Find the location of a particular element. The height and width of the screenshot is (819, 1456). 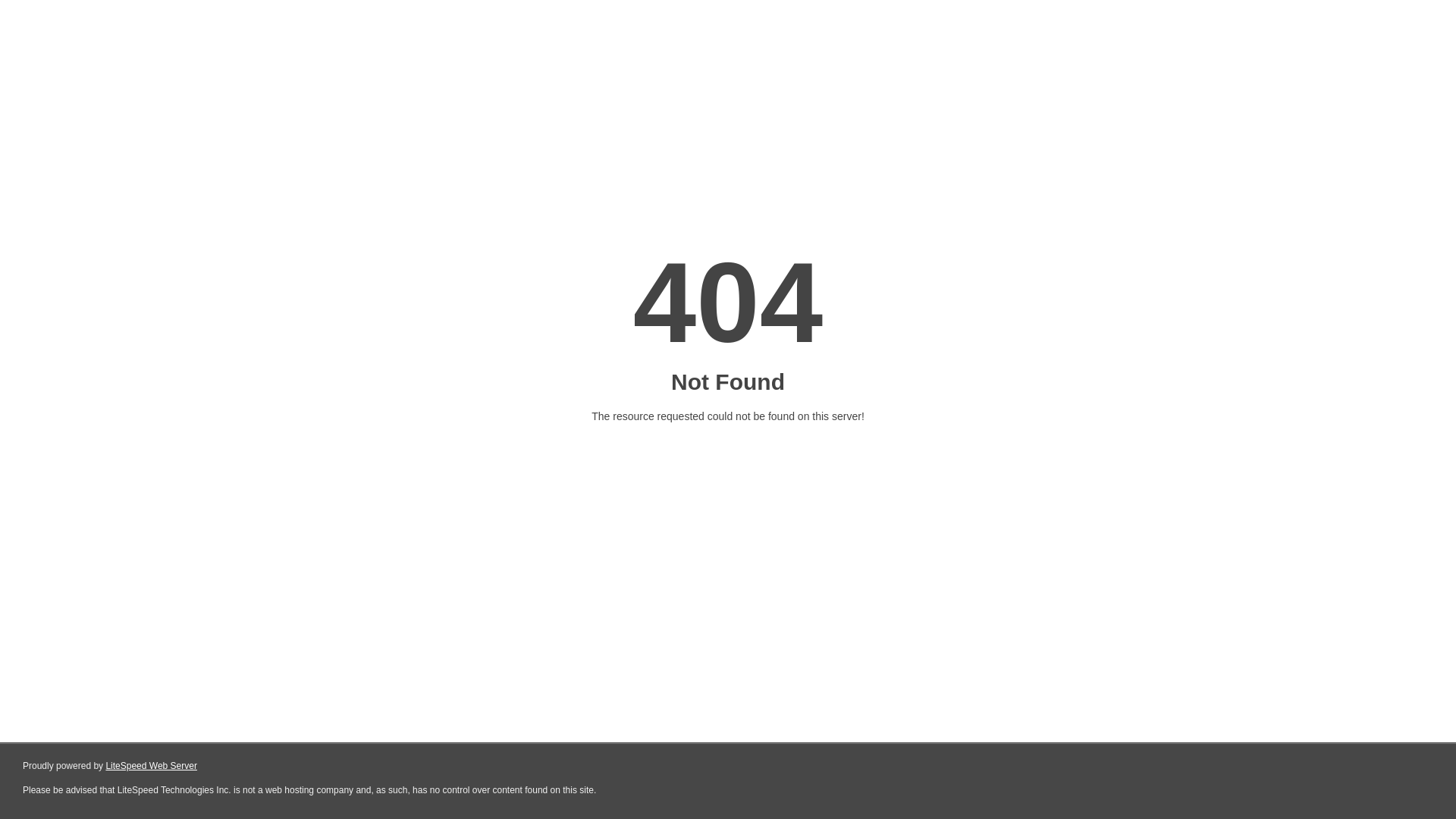

'LiteSpeed Web Server' is located at coordinates (105, 766).